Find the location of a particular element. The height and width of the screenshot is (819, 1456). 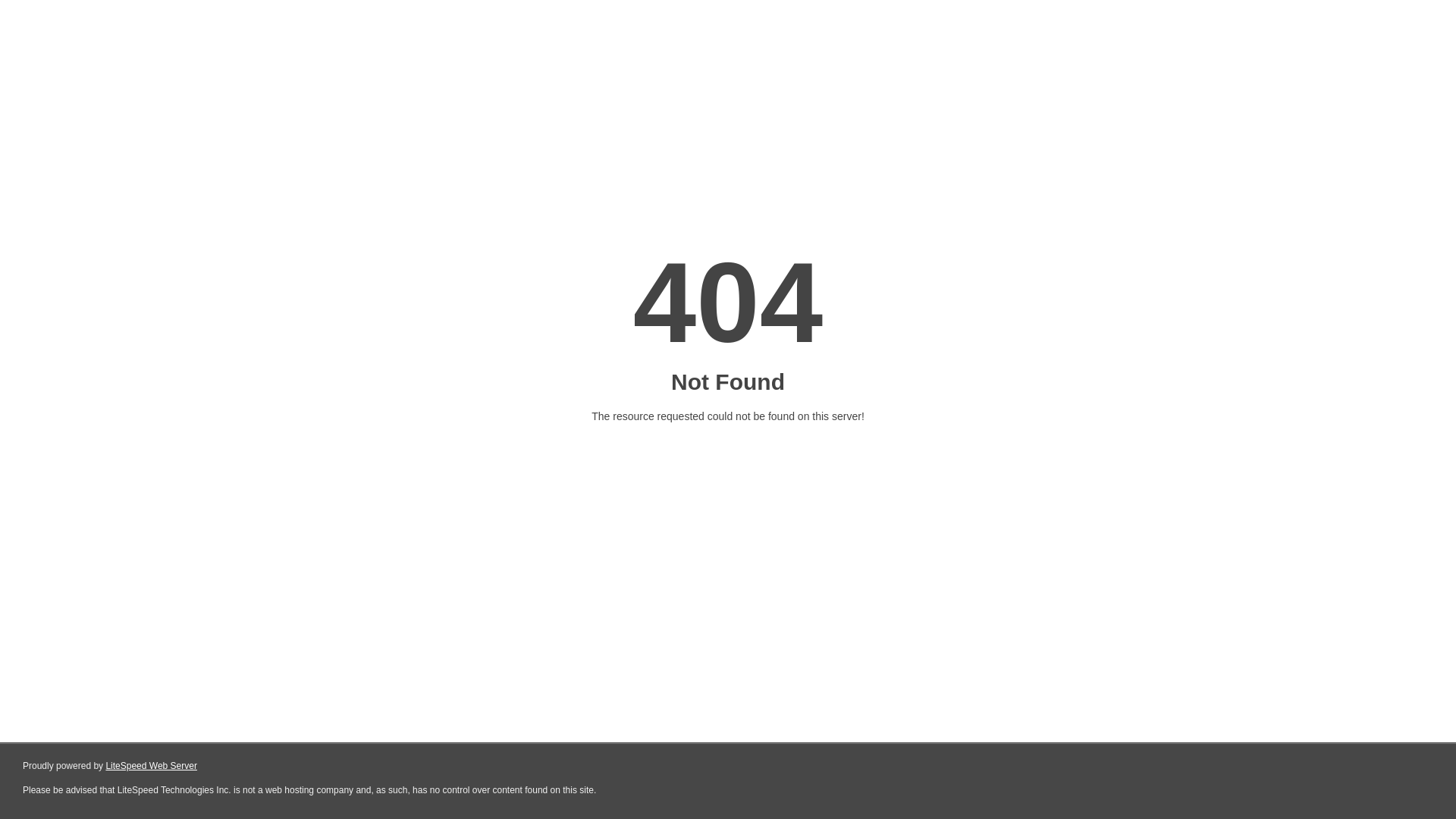

'LiteSpeed Web Server' is located at coordinates (105, 766).